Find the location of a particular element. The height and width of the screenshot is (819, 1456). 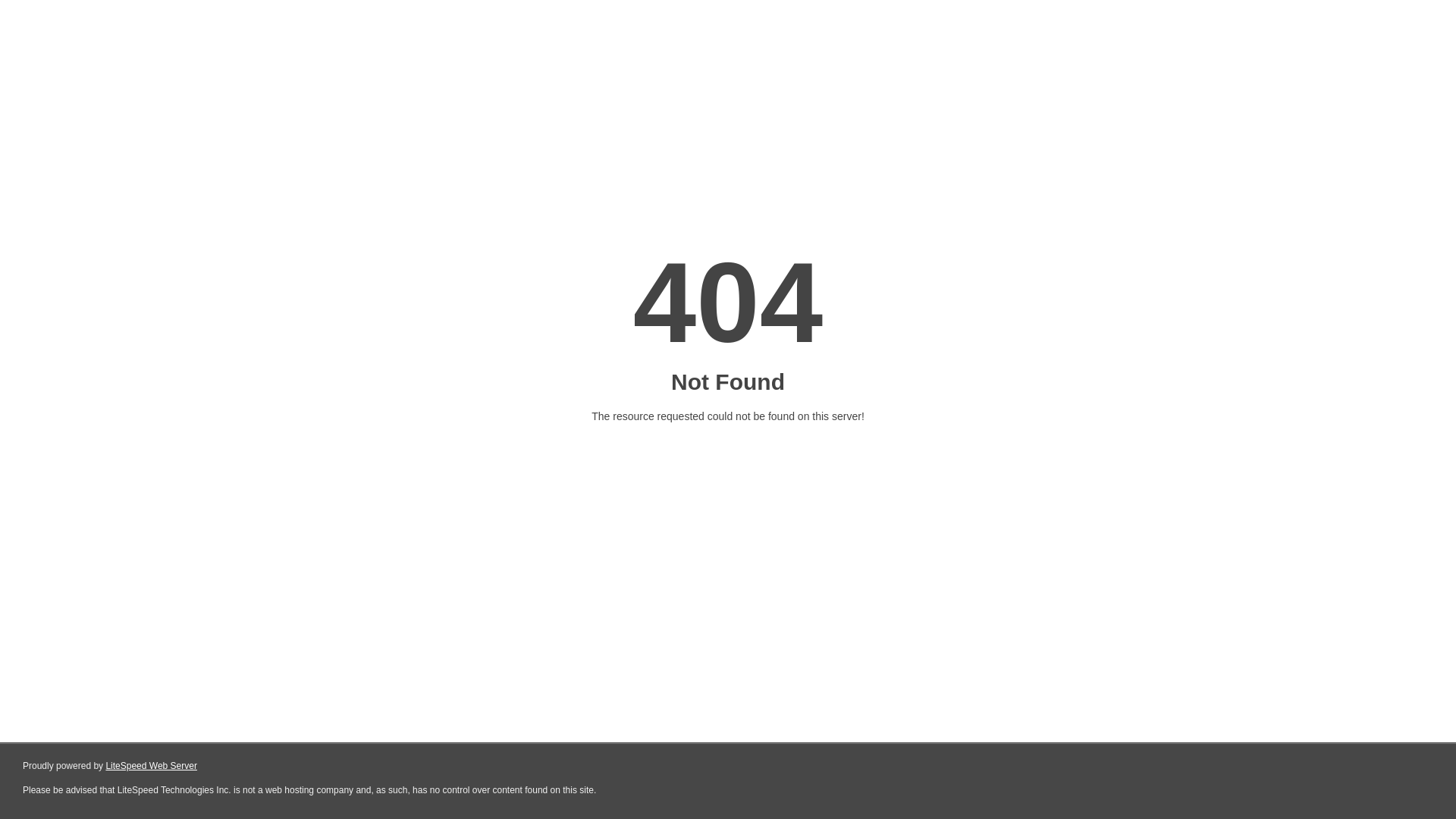

'LiteSpeed Web Server' is located at coordinates (105, 766).